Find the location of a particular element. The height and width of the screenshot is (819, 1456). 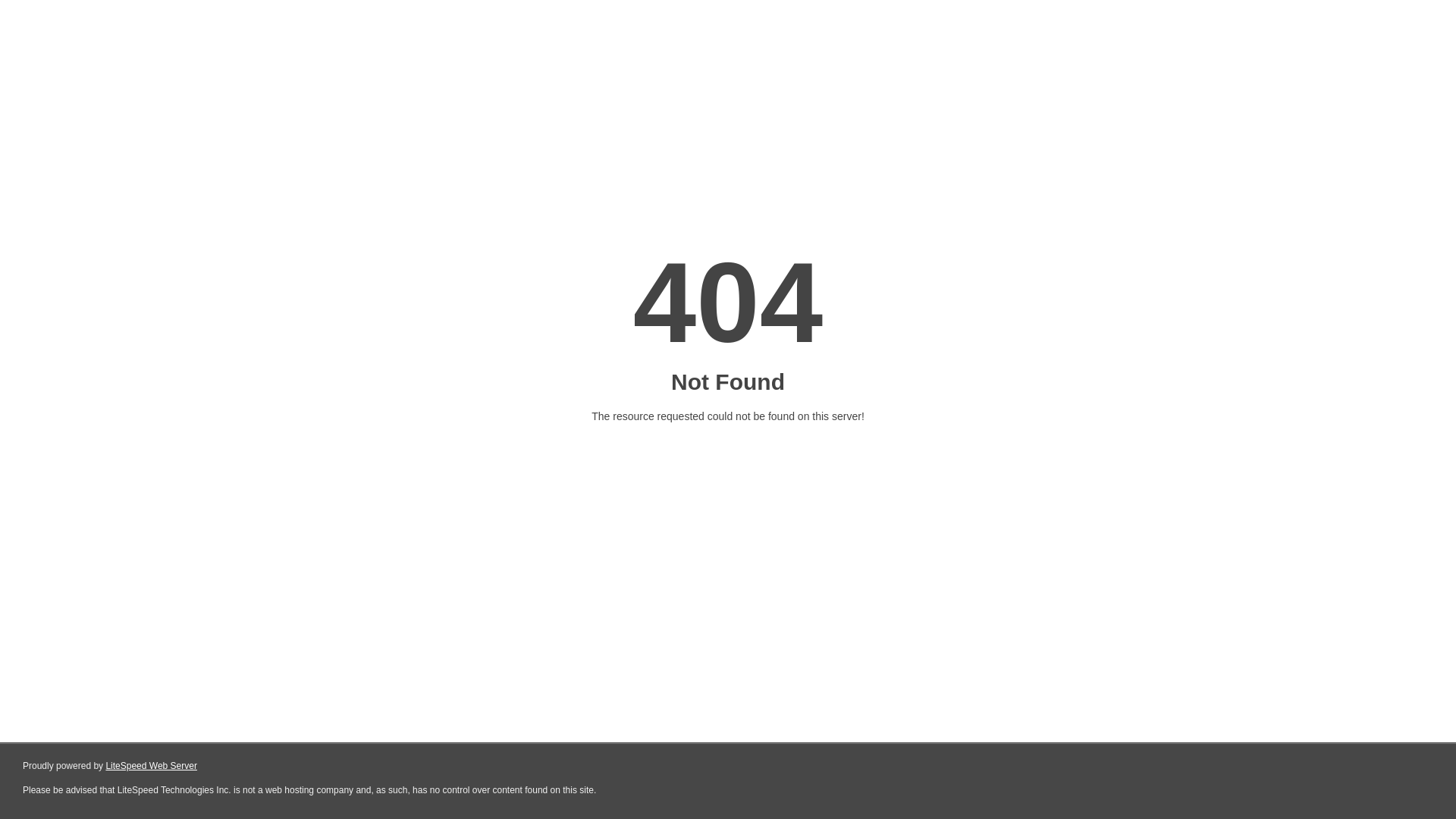

'LiteSpeed Web Server' is located at coordinates (105, 766).